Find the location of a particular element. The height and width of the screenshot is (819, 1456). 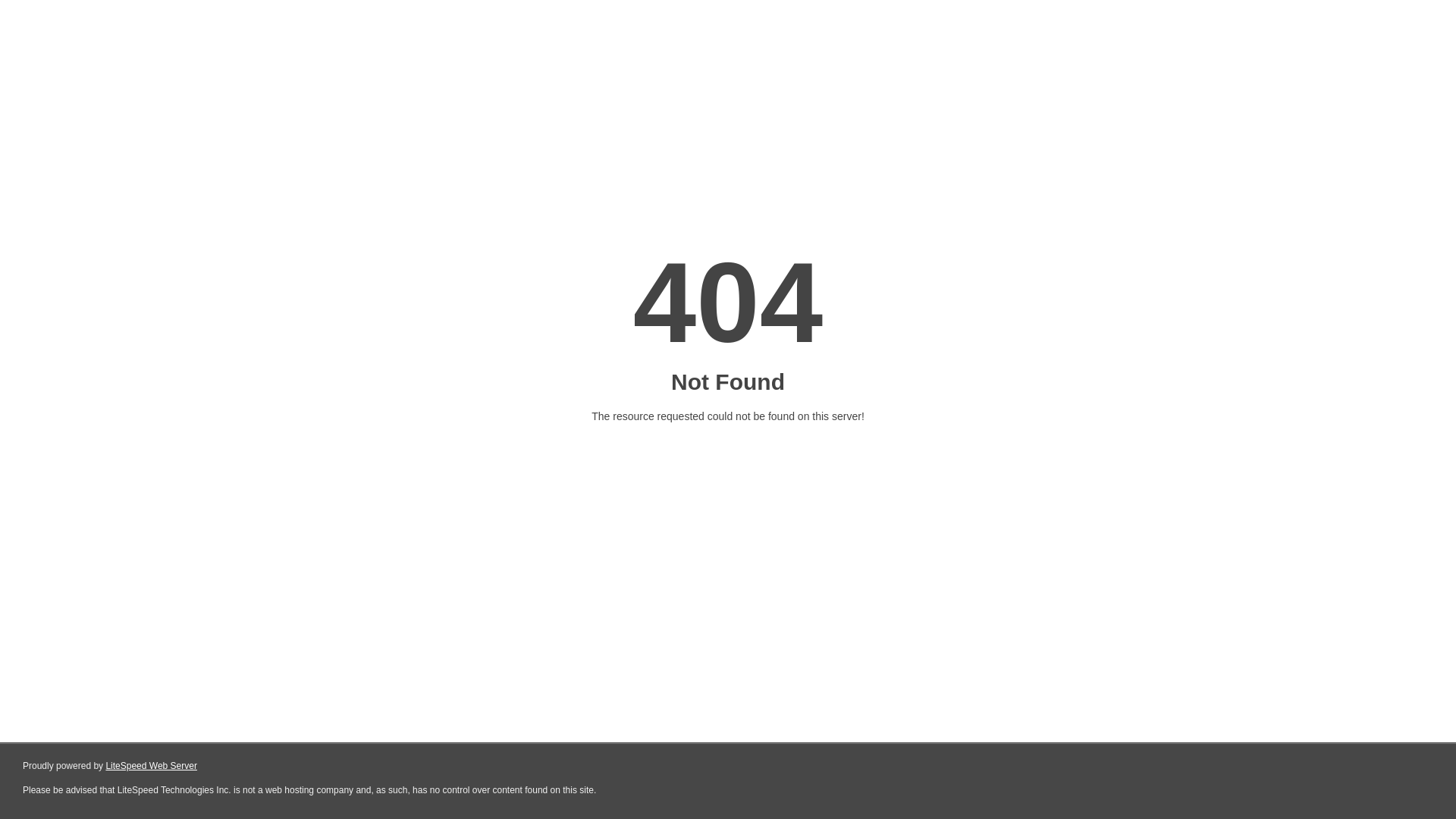

'LiteSpeed Web Server' is located at coordinates (105, 766).